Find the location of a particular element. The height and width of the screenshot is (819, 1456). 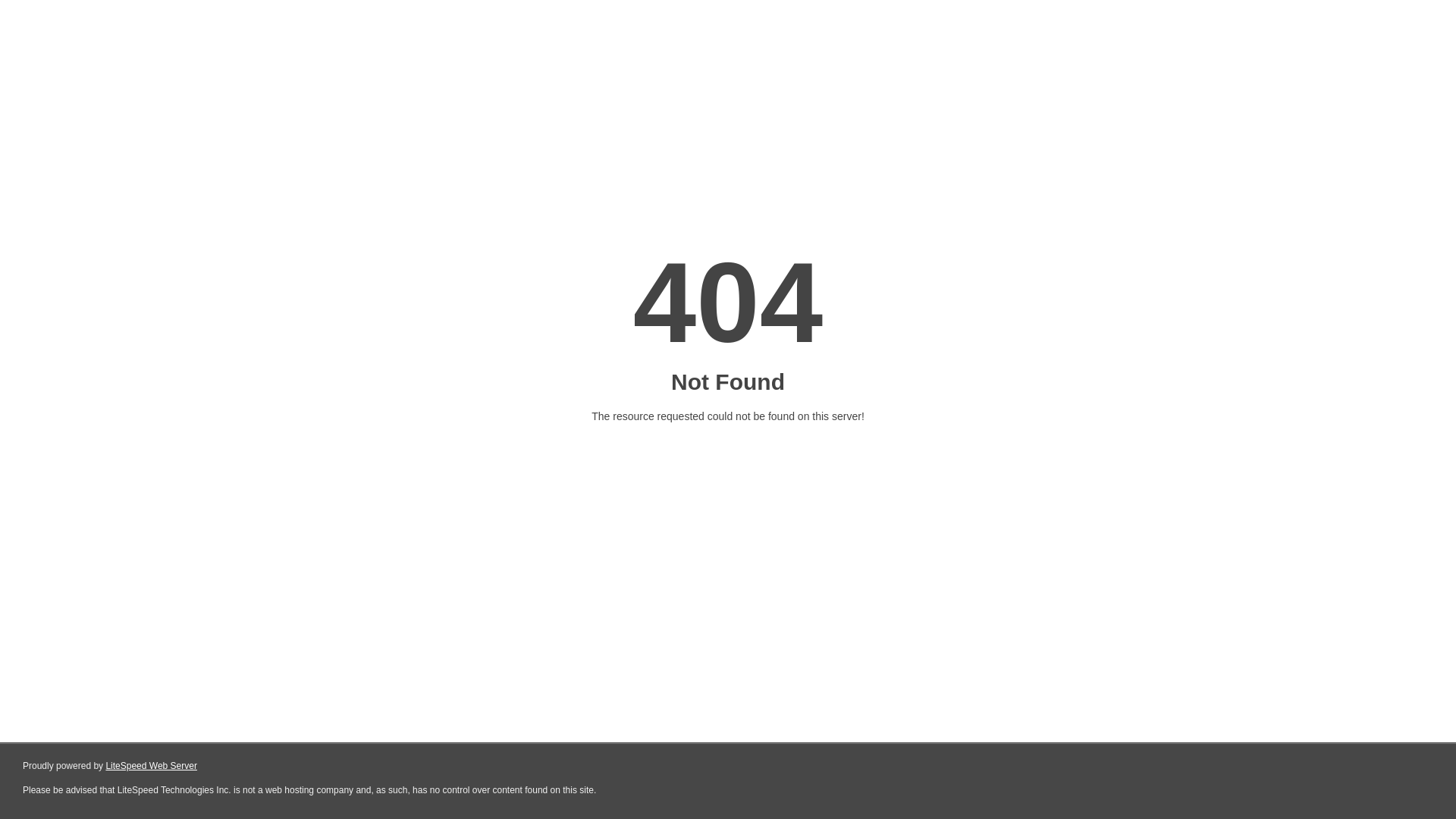

'LiteSpeed Web Server' is located at coordinates (105, 766).